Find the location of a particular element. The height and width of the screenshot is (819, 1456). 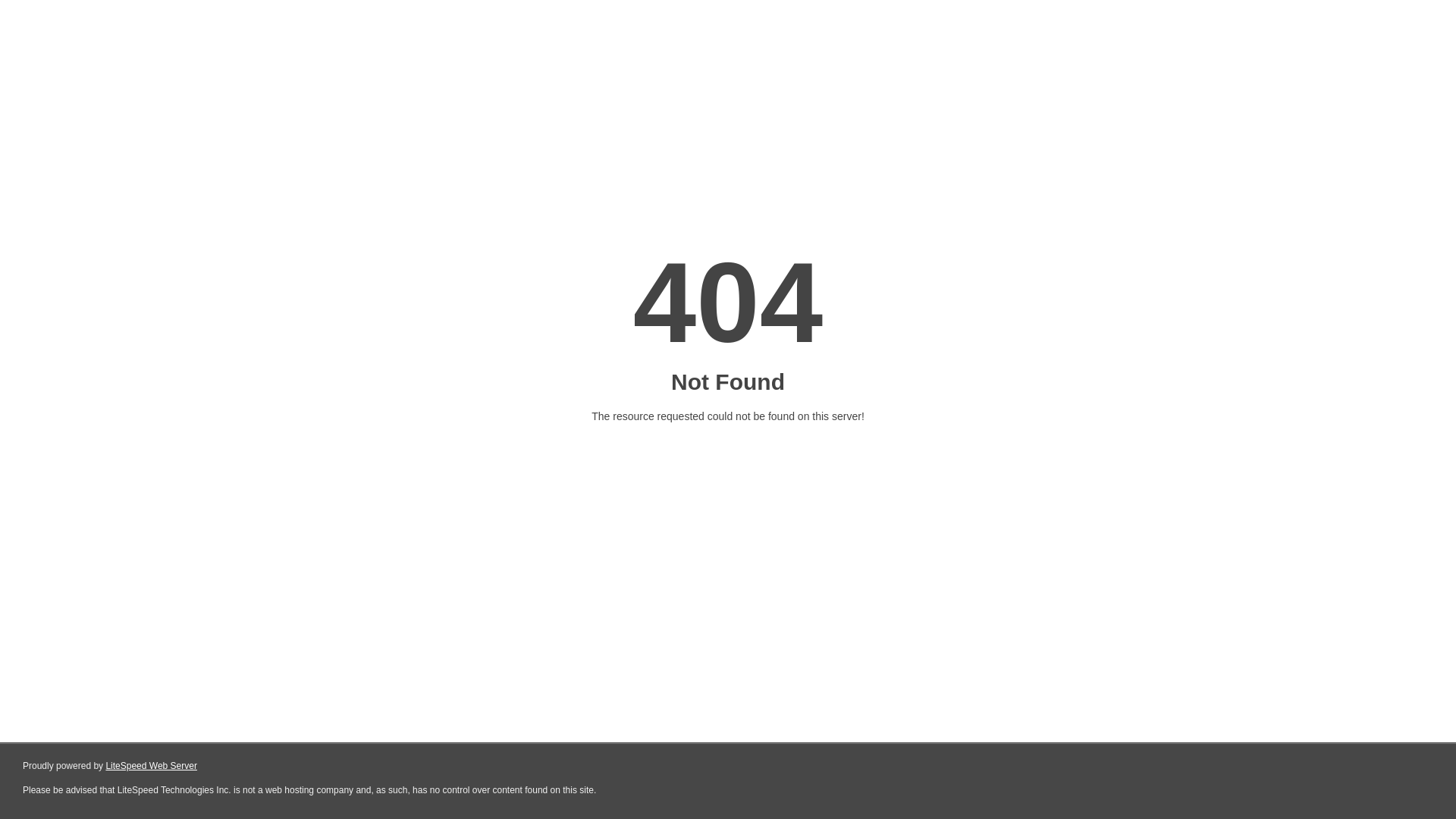

'LiteSpeed Web Server' is located at coordinates (105, 766).